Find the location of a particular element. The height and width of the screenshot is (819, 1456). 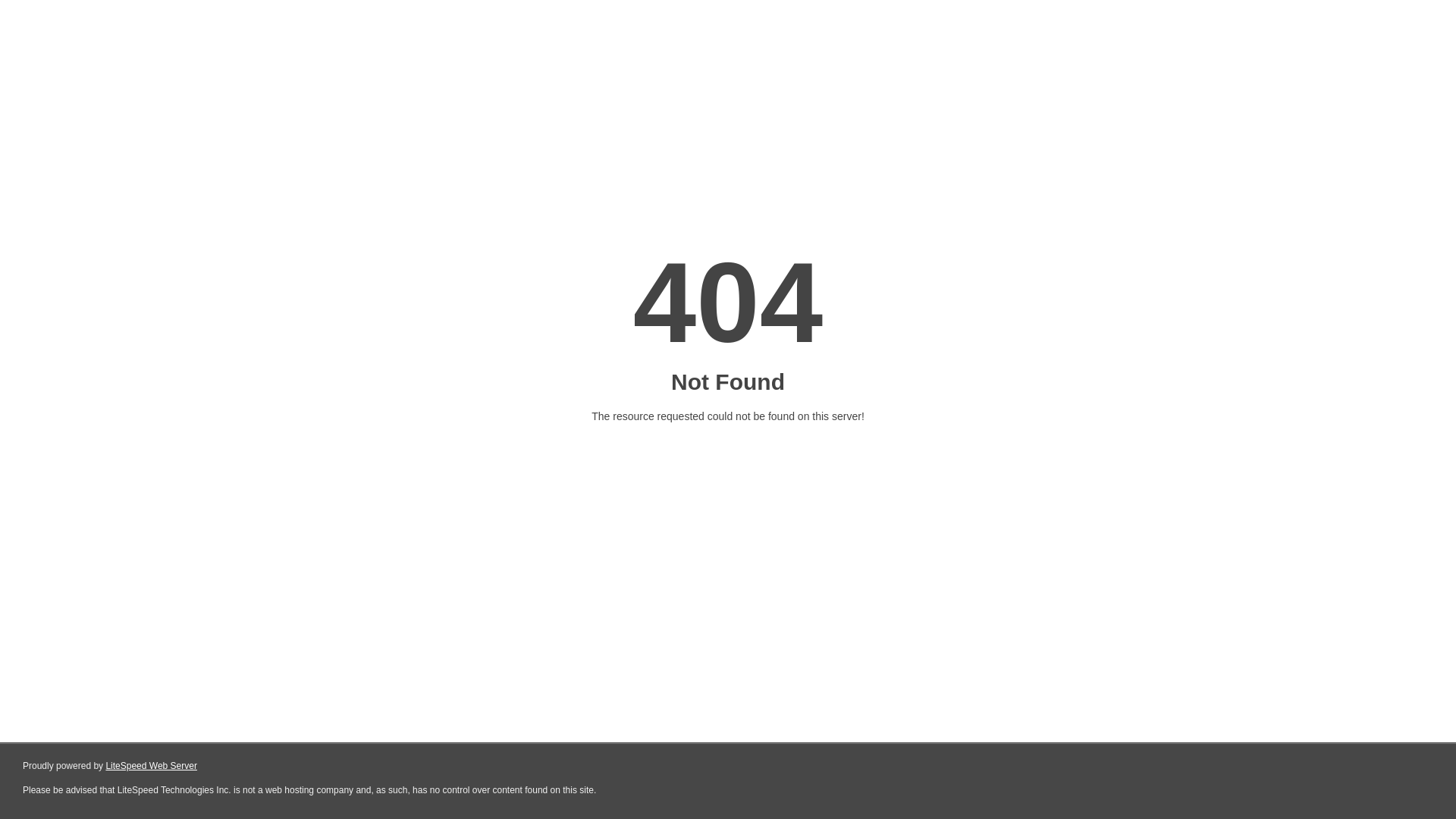

'LiteSpeed Web Server' is located at coordinates (105, 766).